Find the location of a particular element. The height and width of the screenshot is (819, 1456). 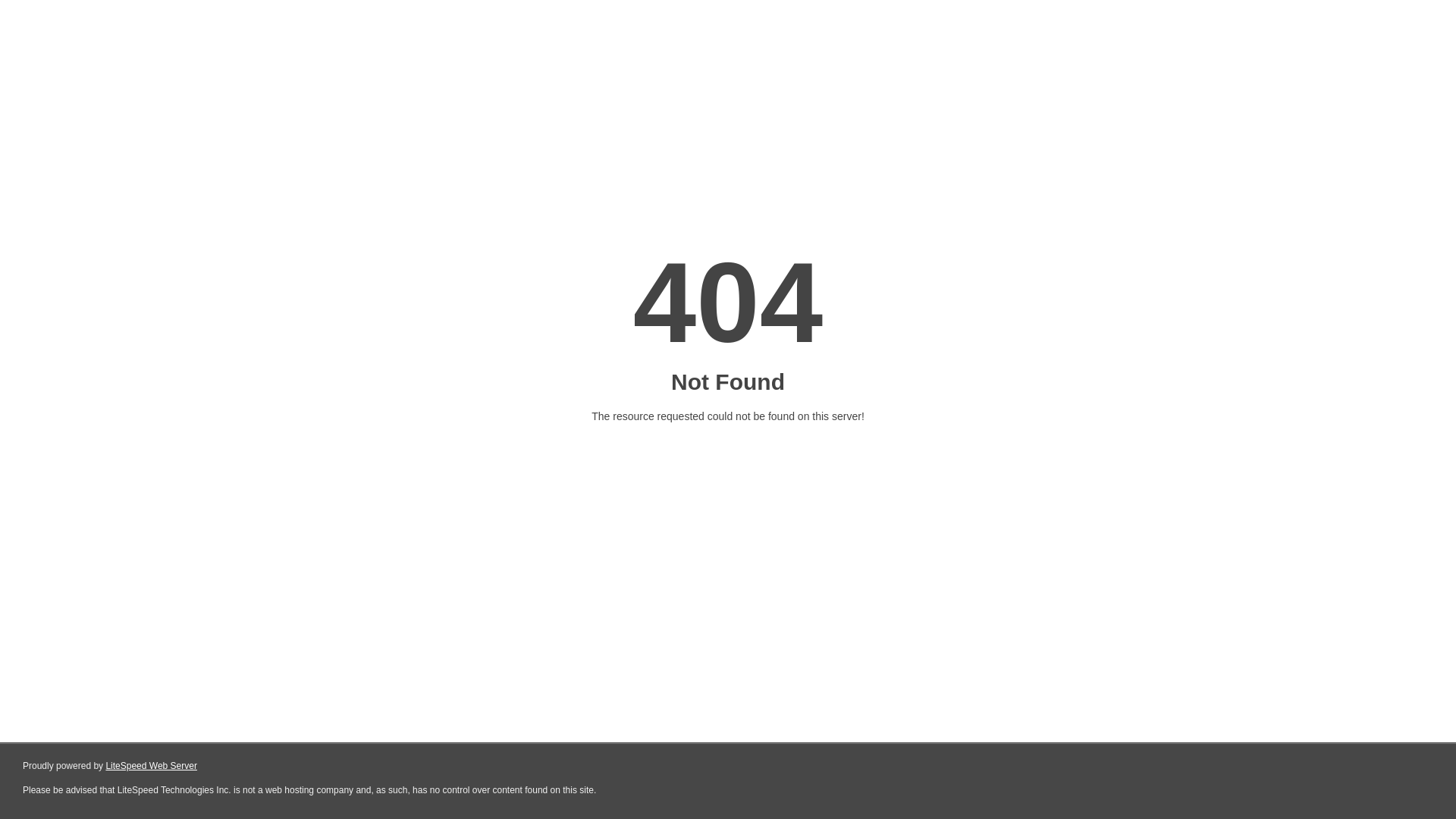

'LiteSpeed Web Server' is located at coordinates (105, 766).